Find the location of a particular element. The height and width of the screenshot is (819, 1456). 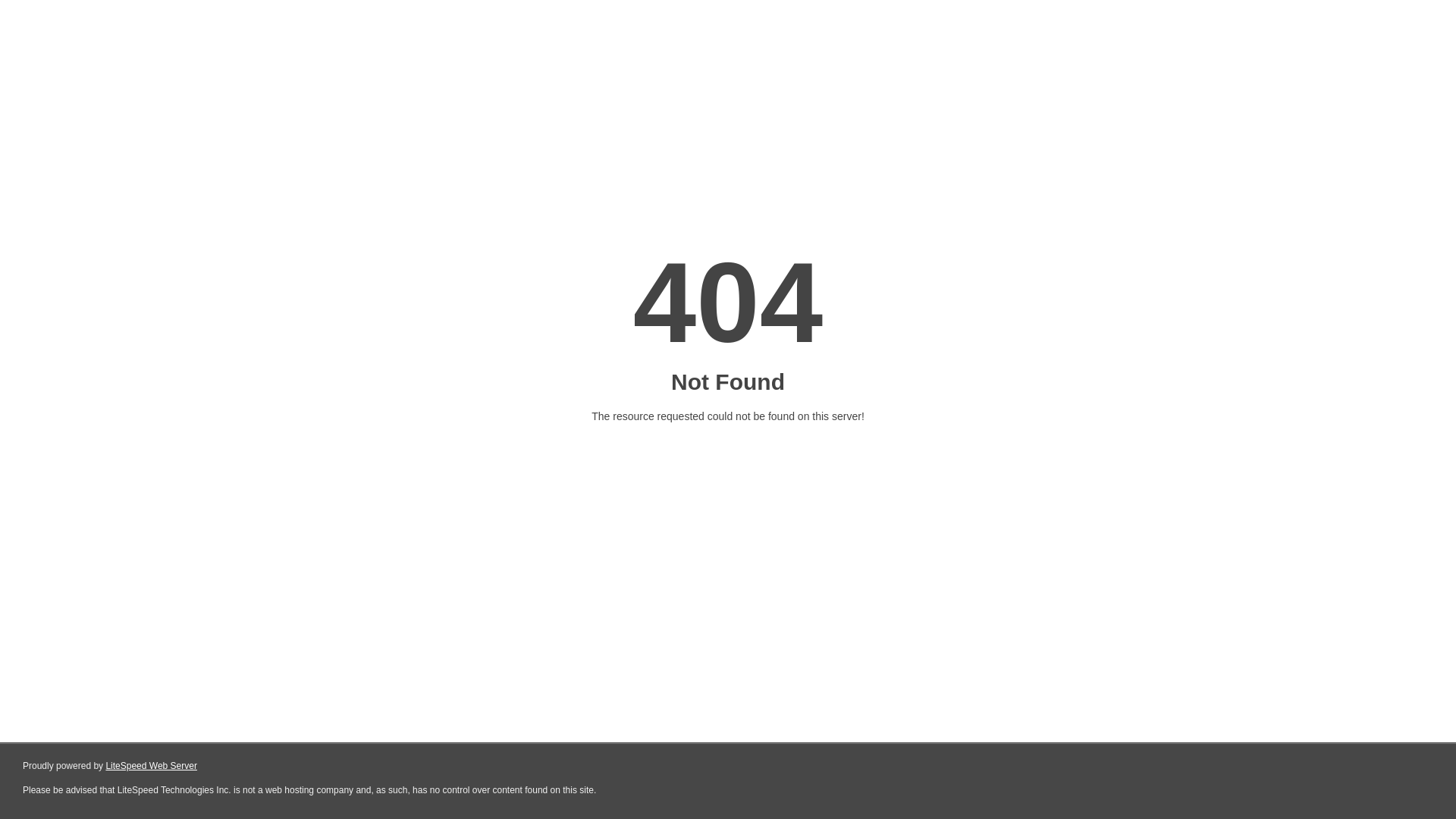

'LiteSpeed Web Server' is located at coordinates (105, 766).